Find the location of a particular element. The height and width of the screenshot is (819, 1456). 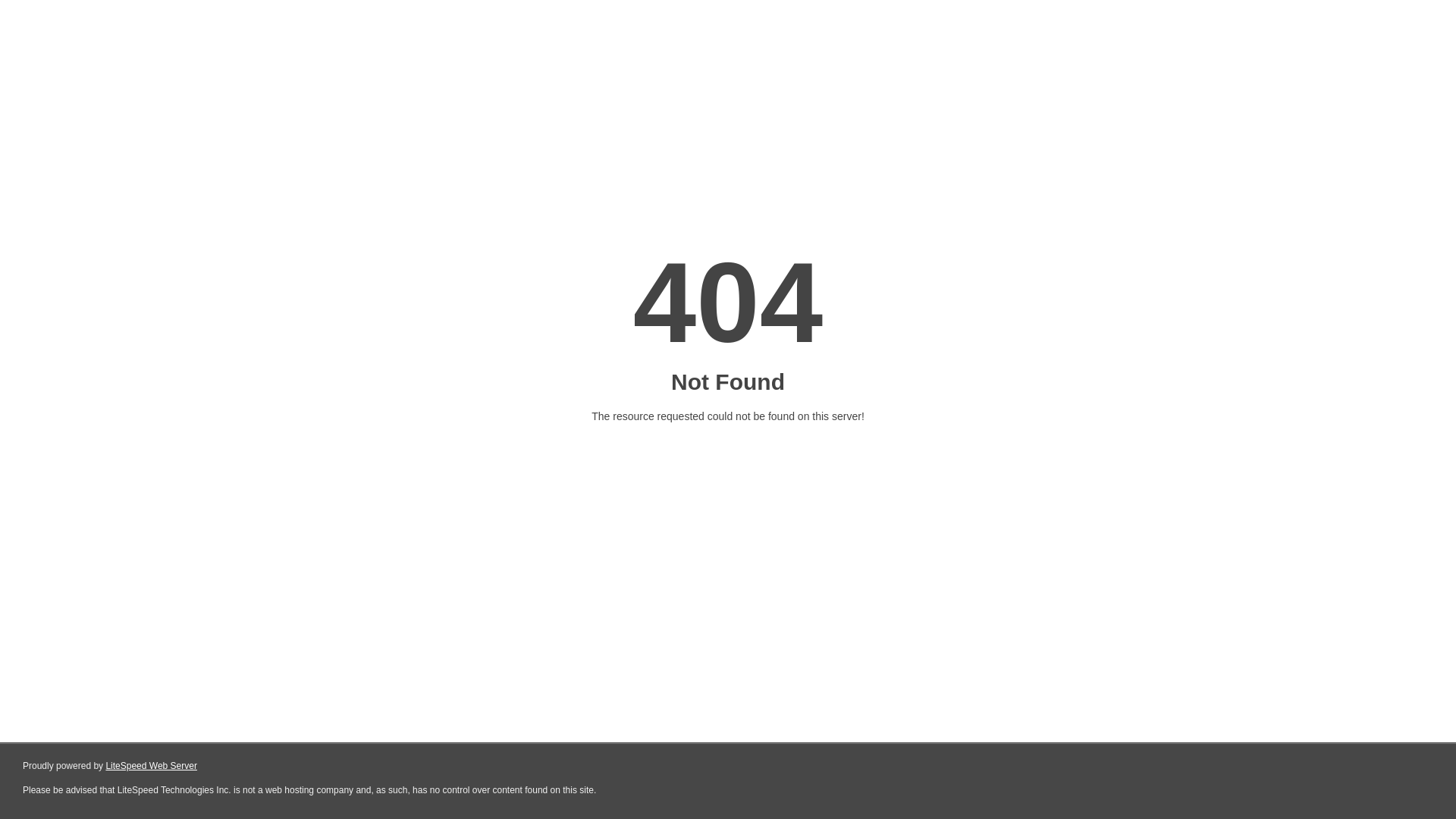

'LiteSpeed Web Server' is located at coordinates (105, 766).